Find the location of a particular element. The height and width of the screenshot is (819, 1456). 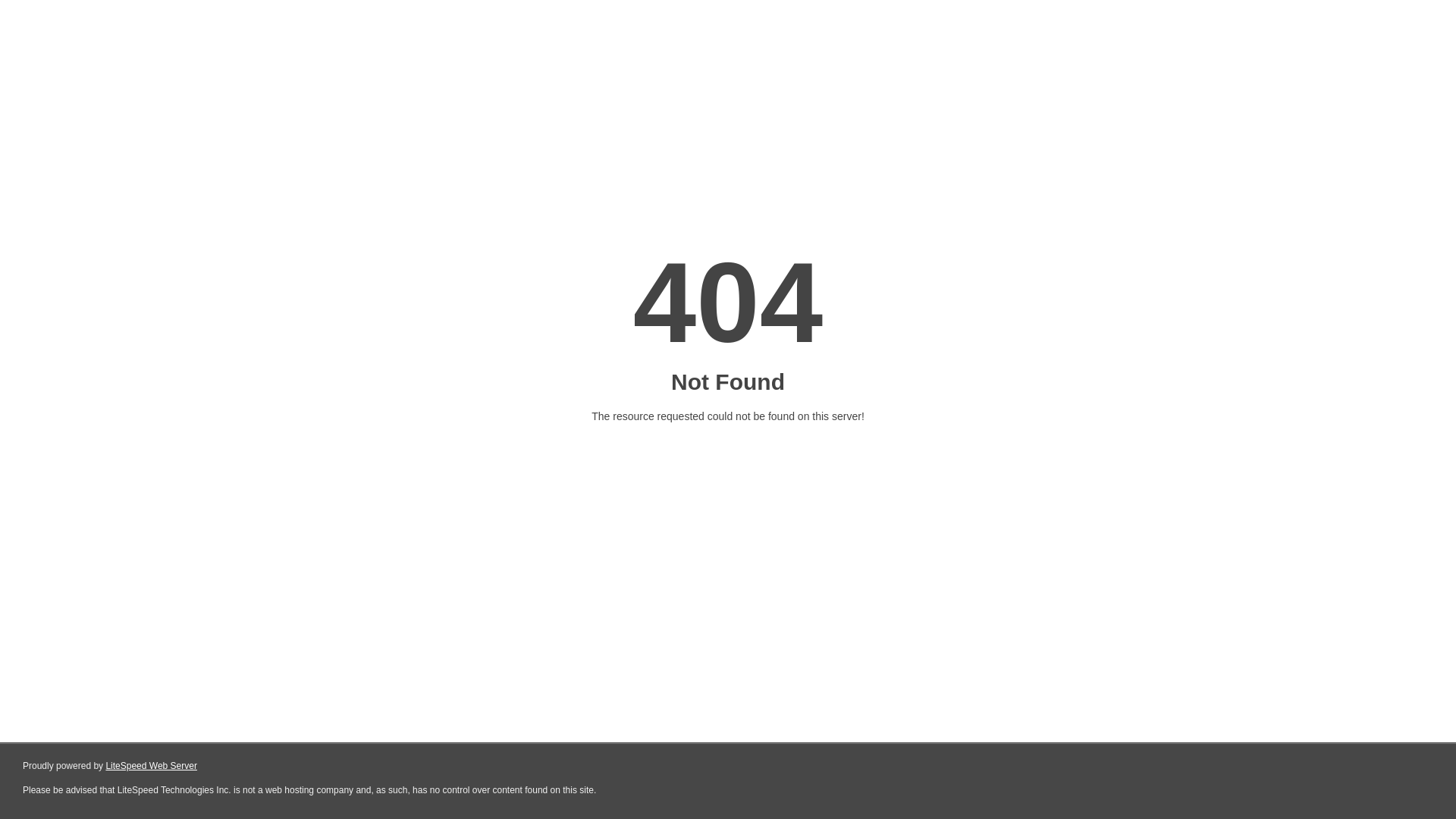

'LiteSpeed Web Server' is located at coordinates (105, 766).